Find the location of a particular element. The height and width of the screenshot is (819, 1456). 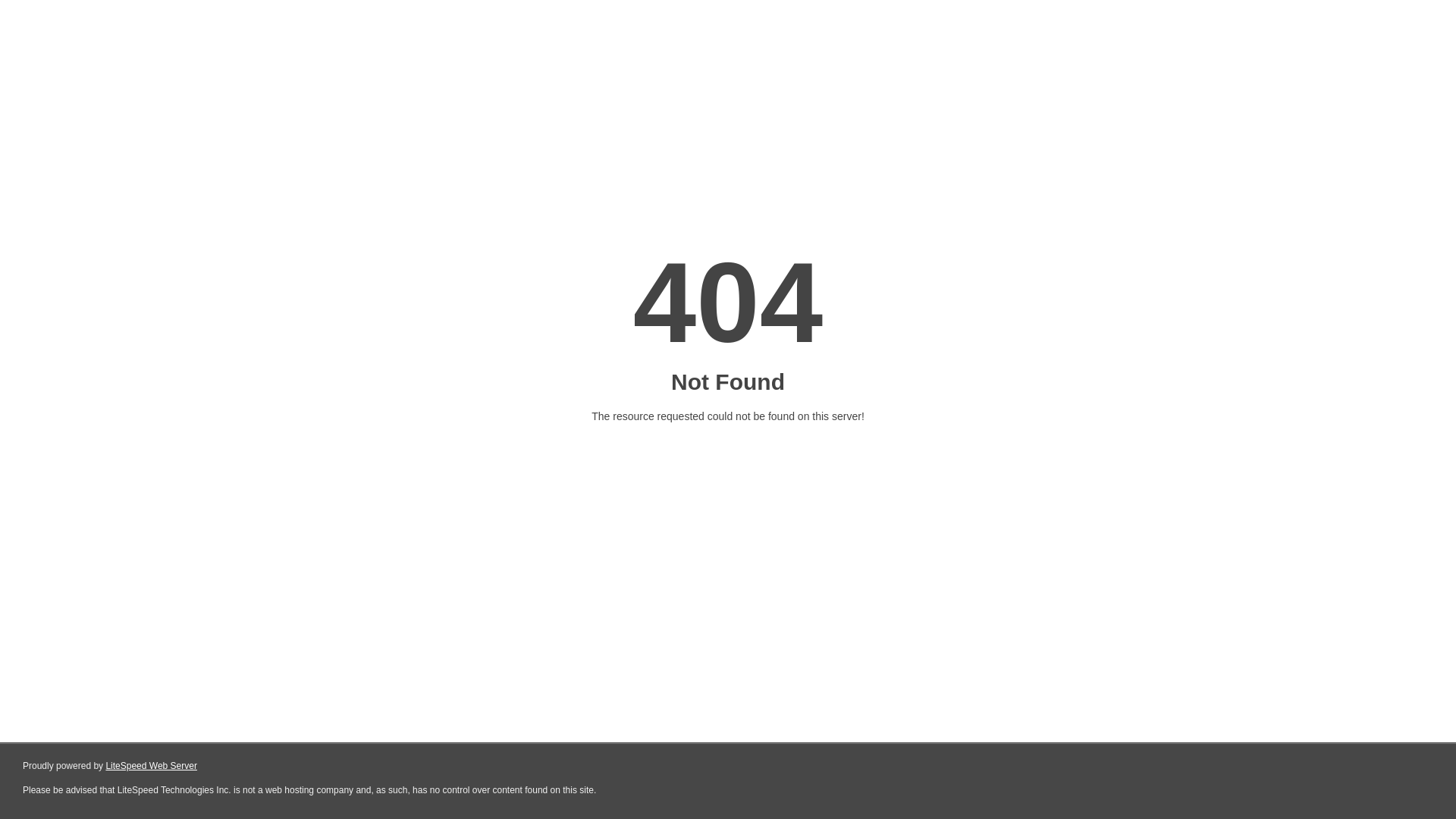

'LiteSpeed Web Server' is located at coordinates (105, 766).